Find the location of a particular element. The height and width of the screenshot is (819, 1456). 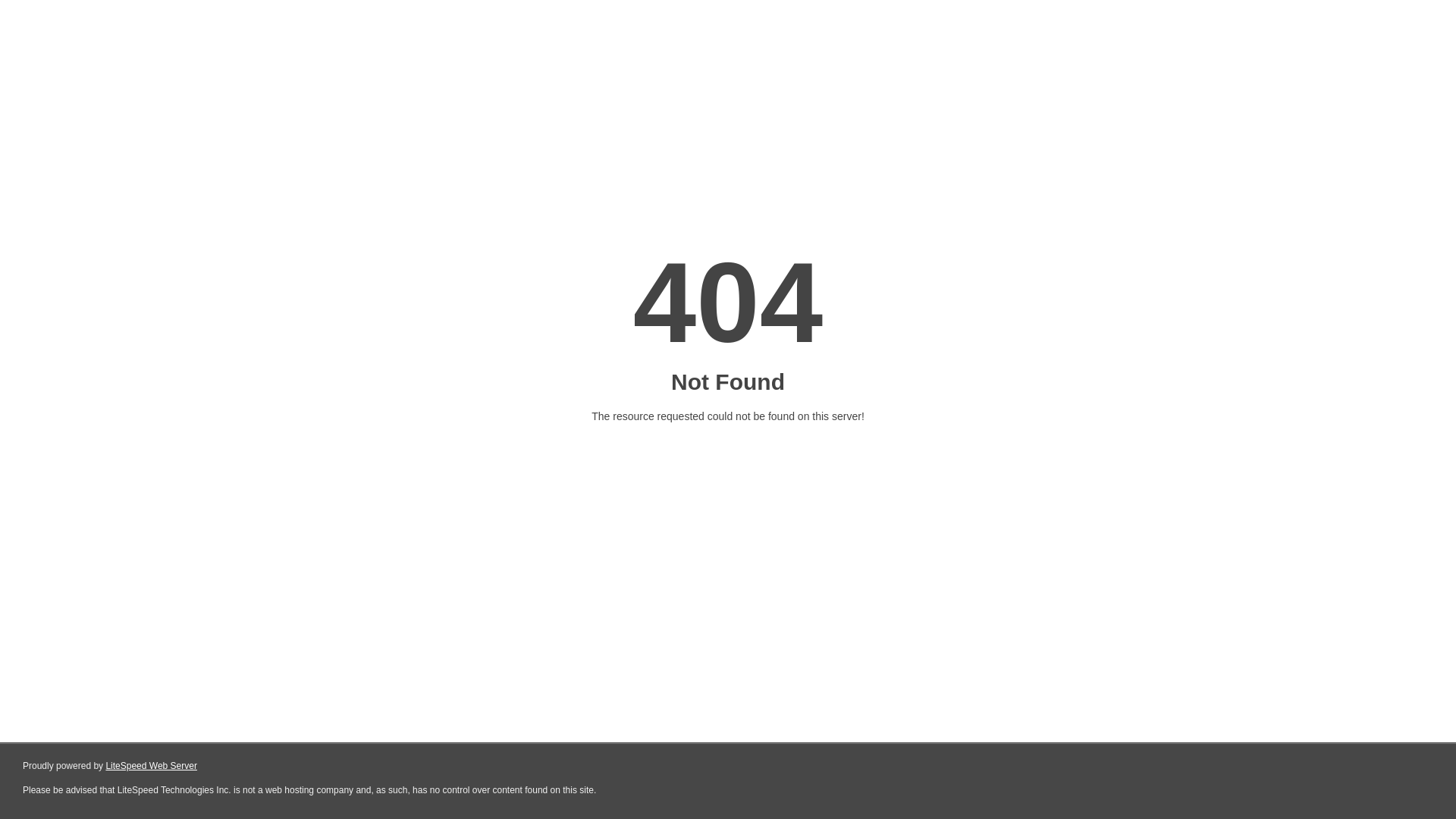

'LiteSpeed Web Server' is located at coordinates (105, 766).